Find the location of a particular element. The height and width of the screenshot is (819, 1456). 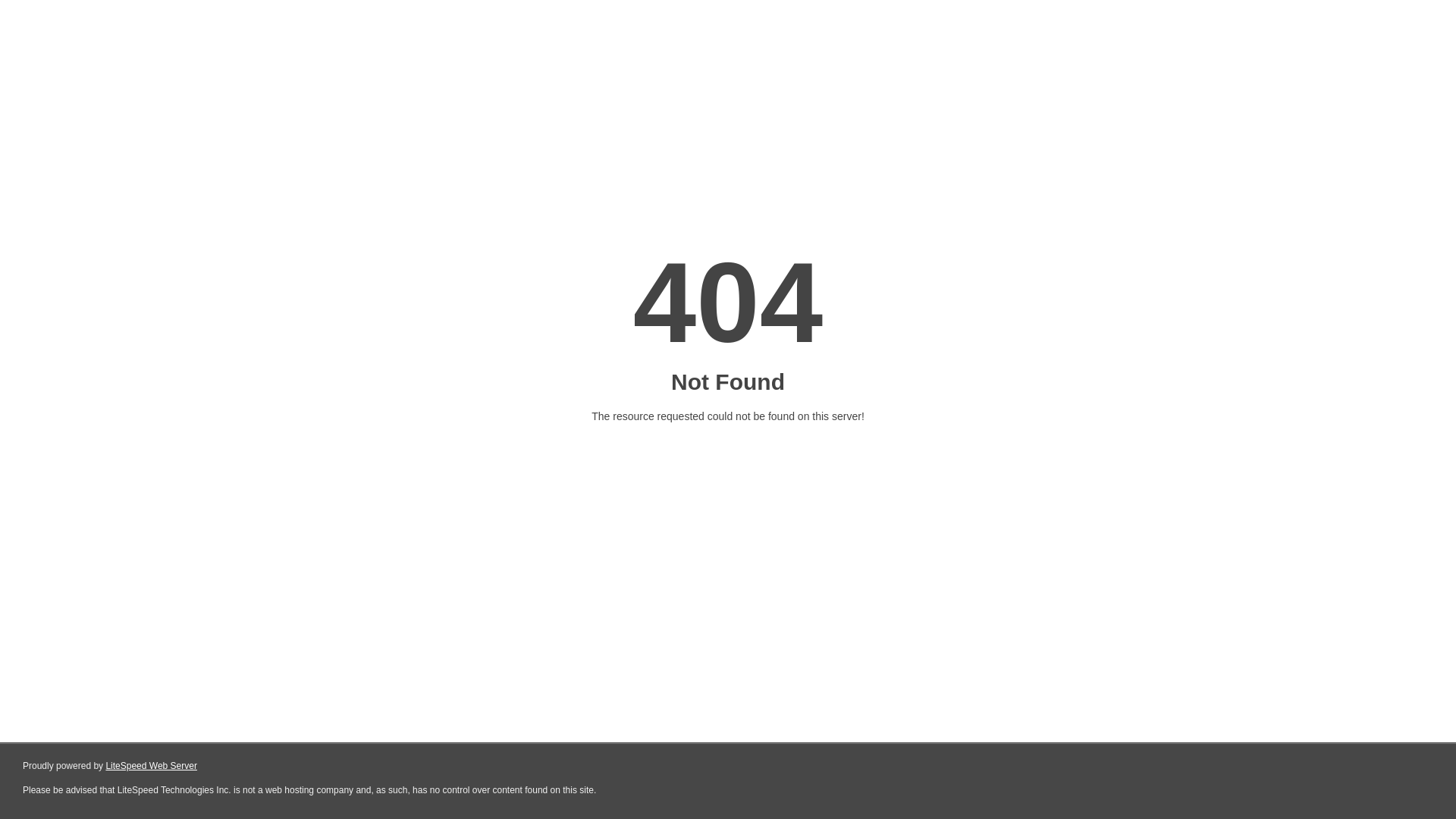

'LiteSpeed Web Server' is located at coordinates (105, 766).